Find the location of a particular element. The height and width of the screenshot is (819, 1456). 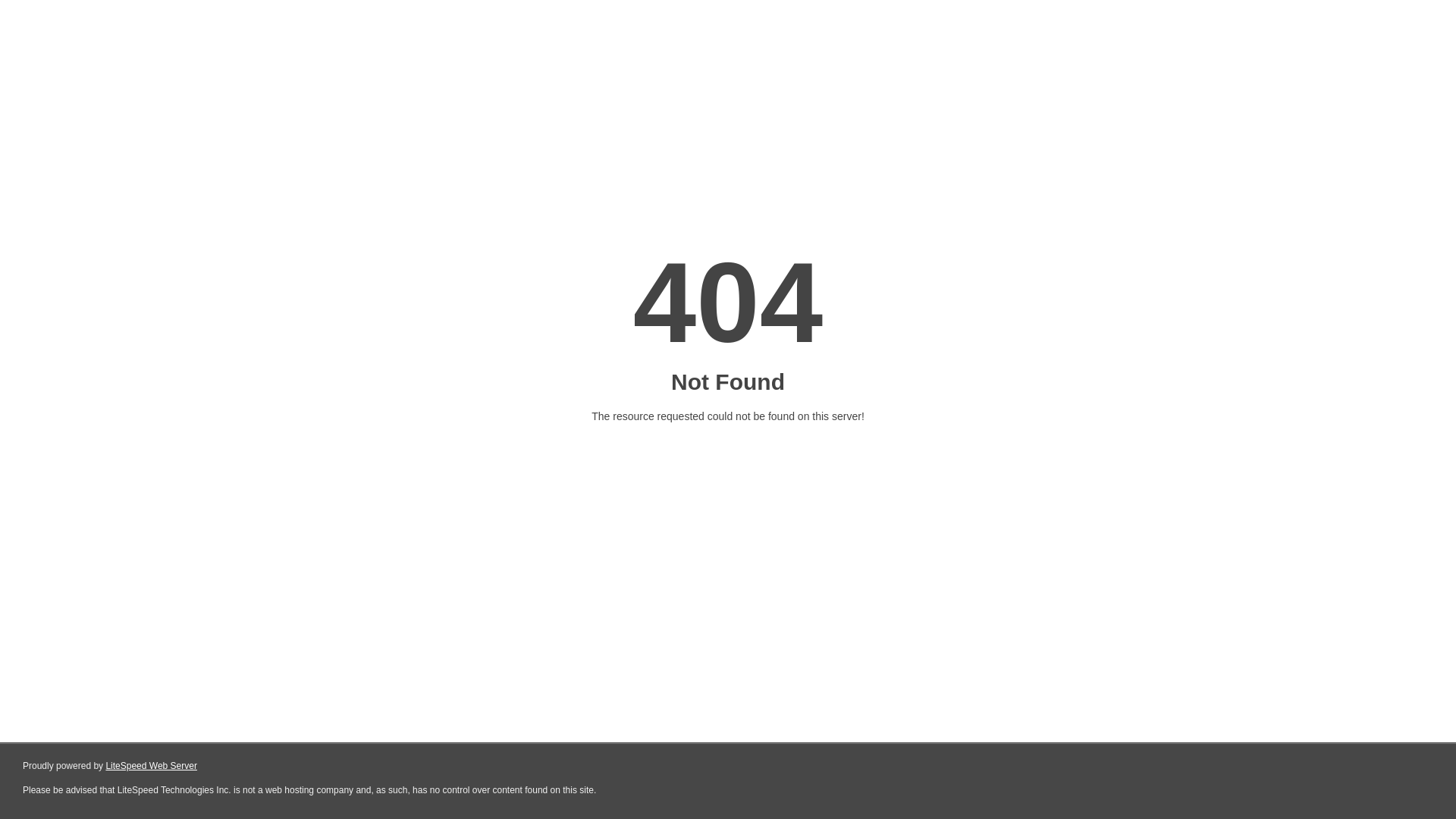

'LiteSpeed Web Server' is located at coordinates (105, 766).